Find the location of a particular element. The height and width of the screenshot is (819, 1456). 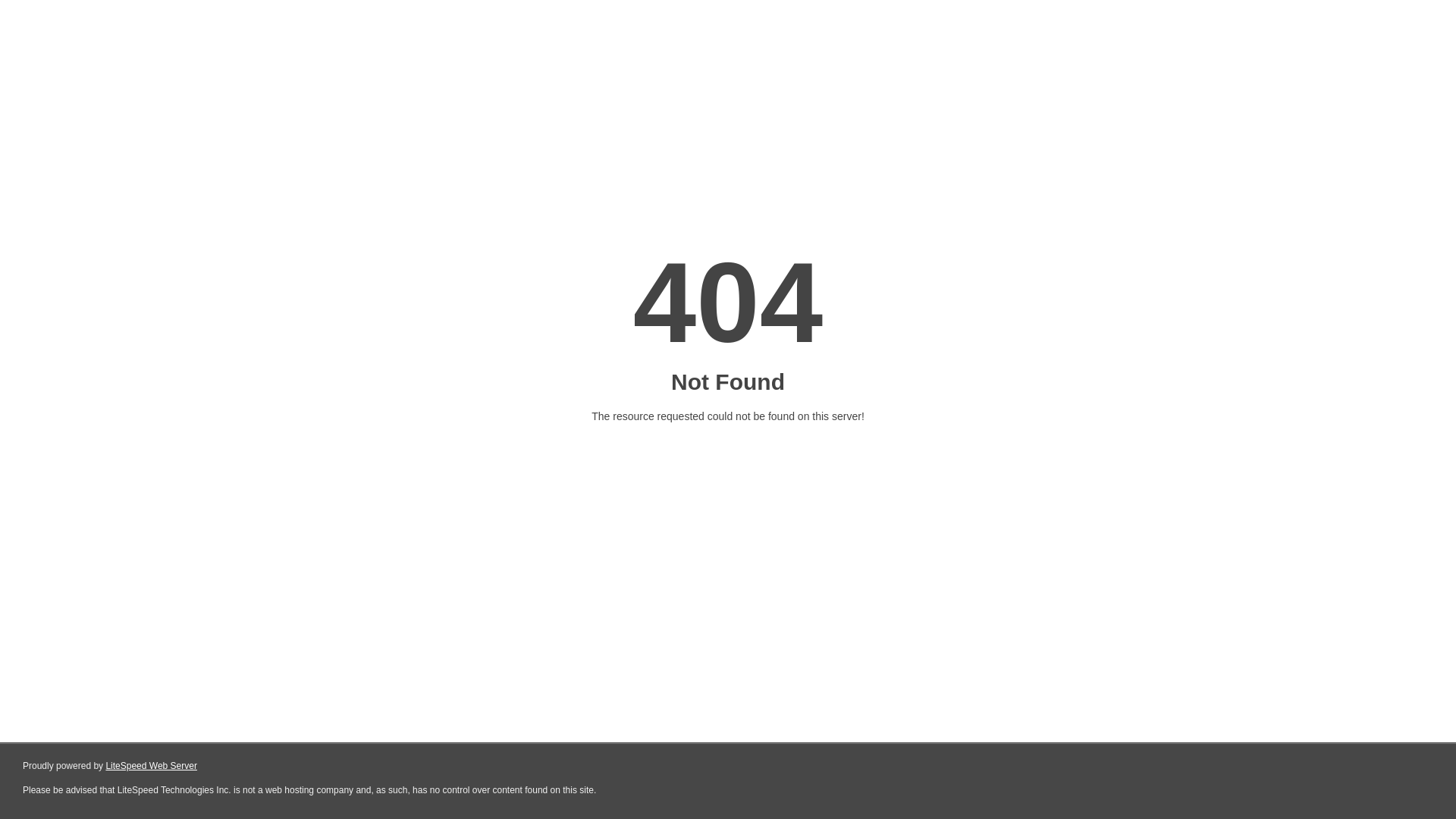

'LiteSpeed Web Server' is located at coordinates (105, 766).